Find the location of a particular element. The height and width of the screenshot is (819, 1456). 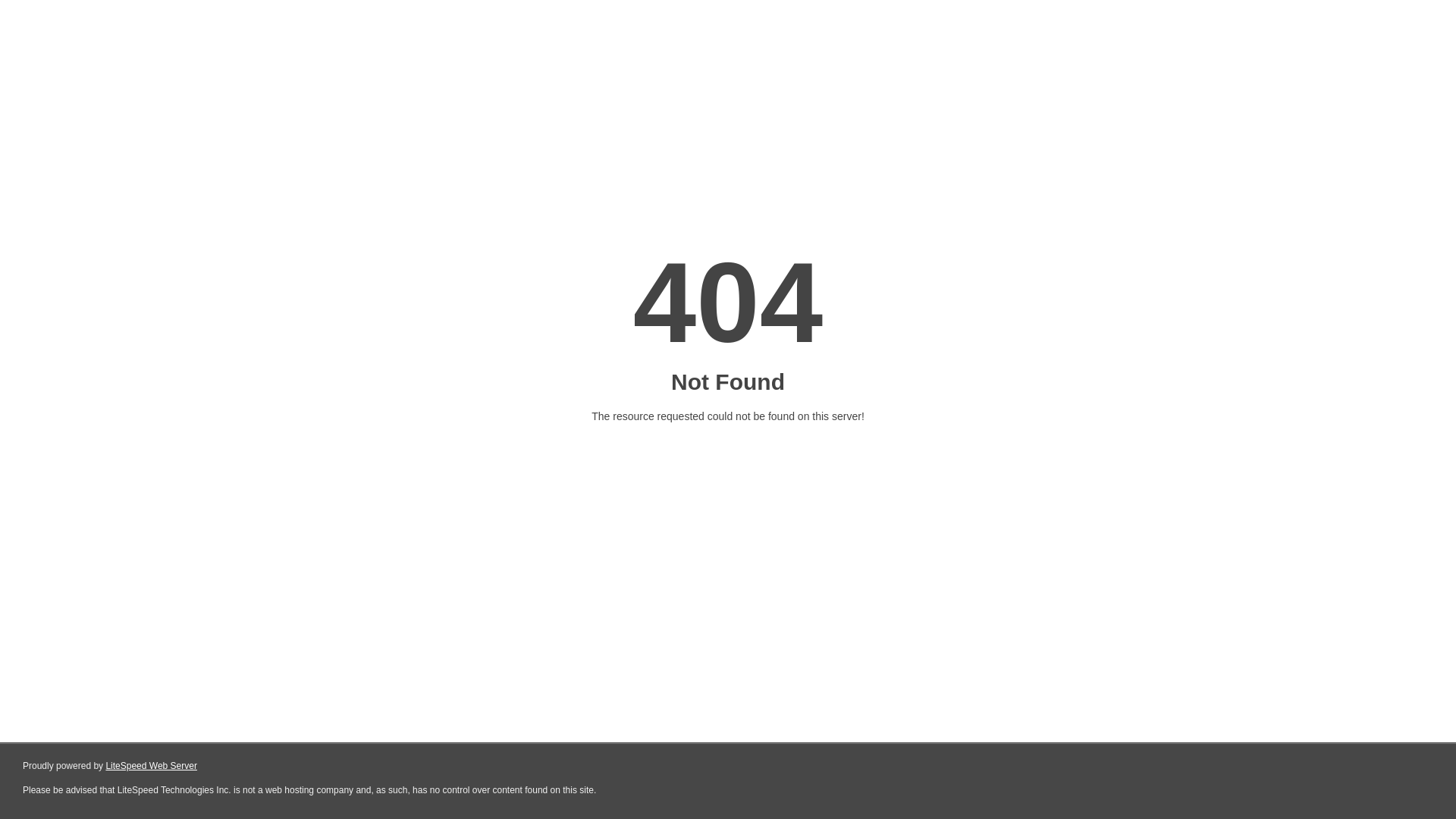

'LiteSpeed Web Server' is located at coordinates (105, 766).